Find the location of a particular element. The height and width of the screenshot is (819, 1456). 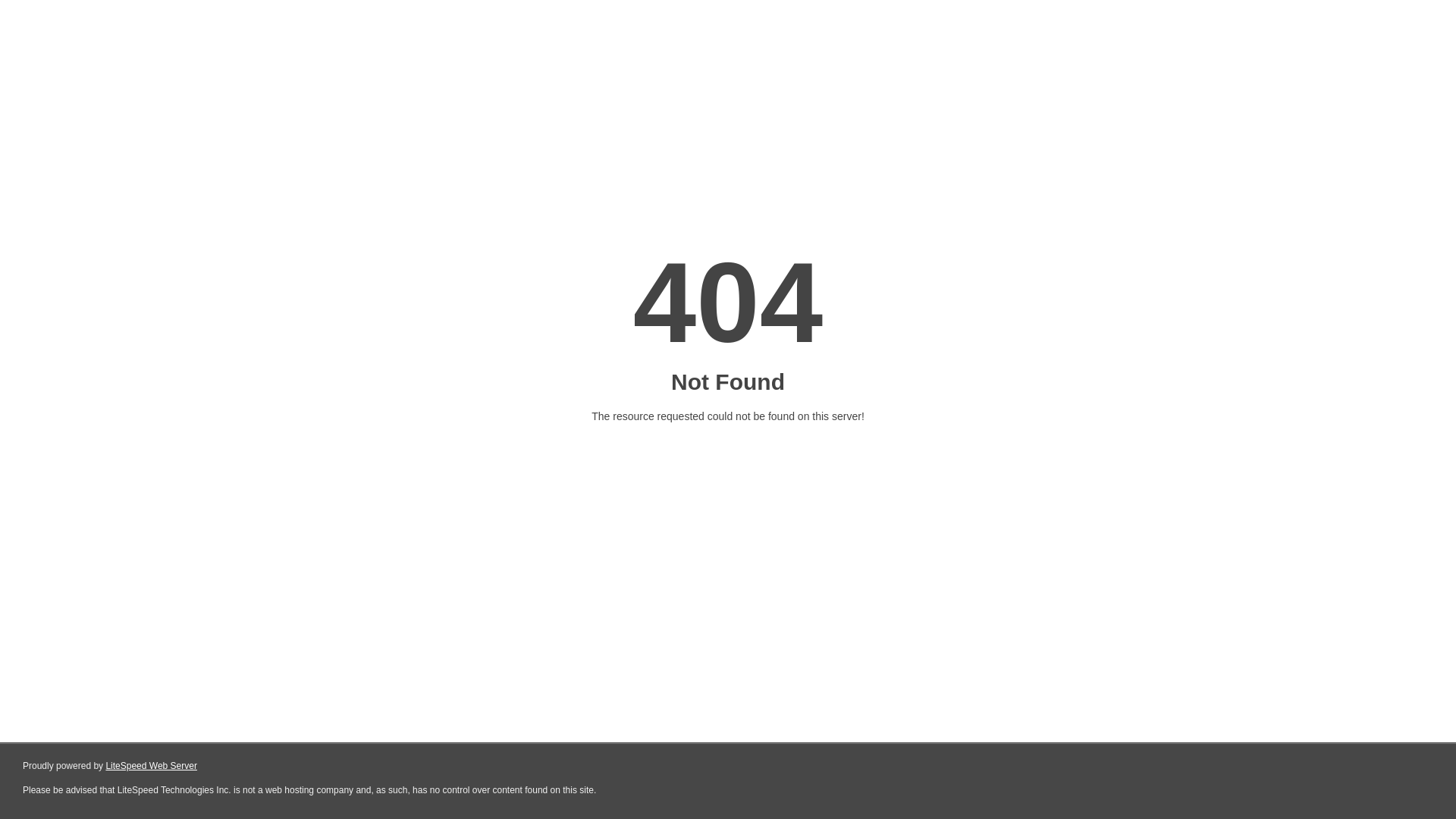

'LiteSpeed Web Server' is located at coordinates (105, 766).